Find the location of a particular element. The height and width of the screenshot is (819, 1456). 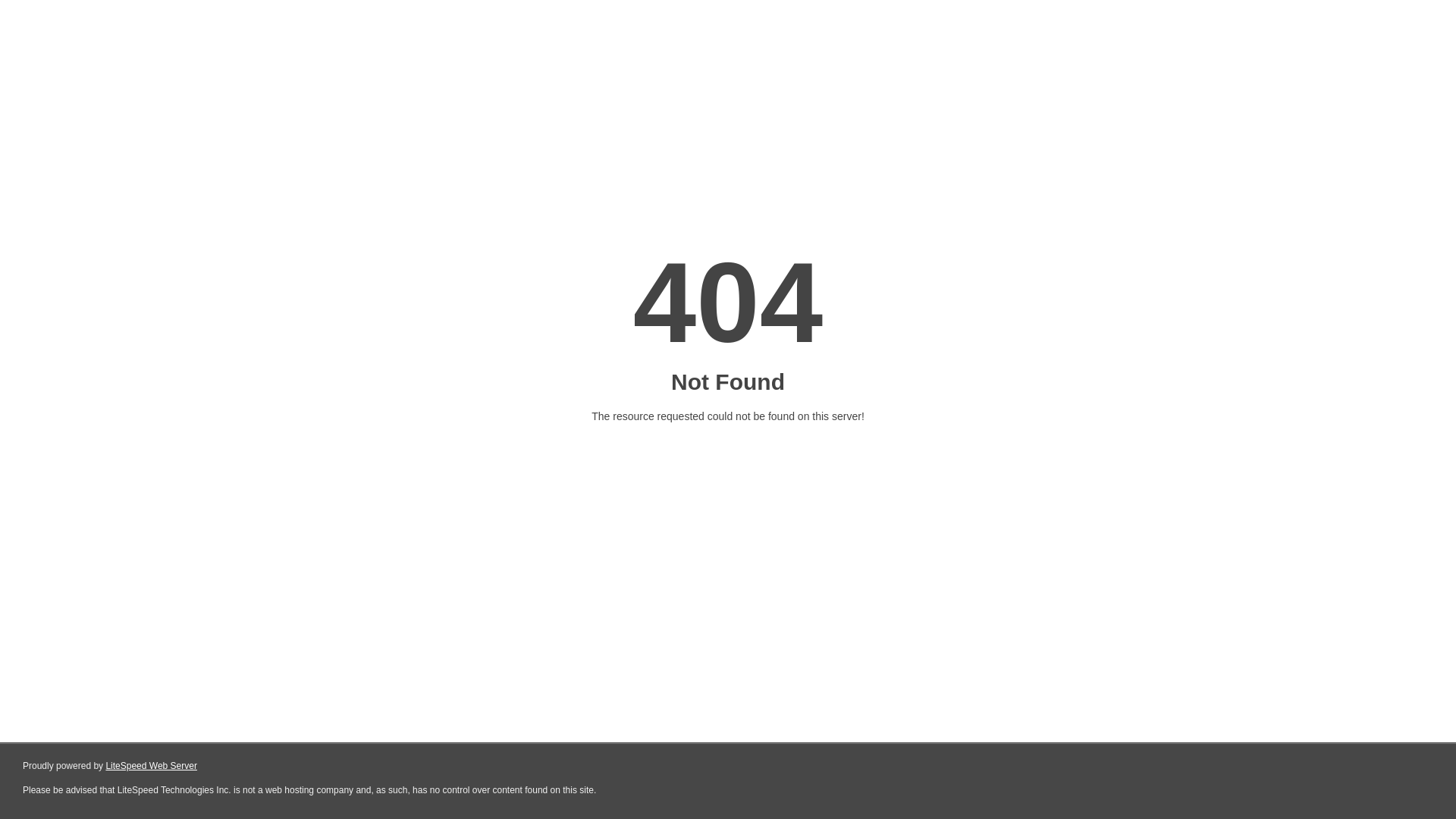

'LiteSpeed Web Server' is located at coordinates (105, 766).